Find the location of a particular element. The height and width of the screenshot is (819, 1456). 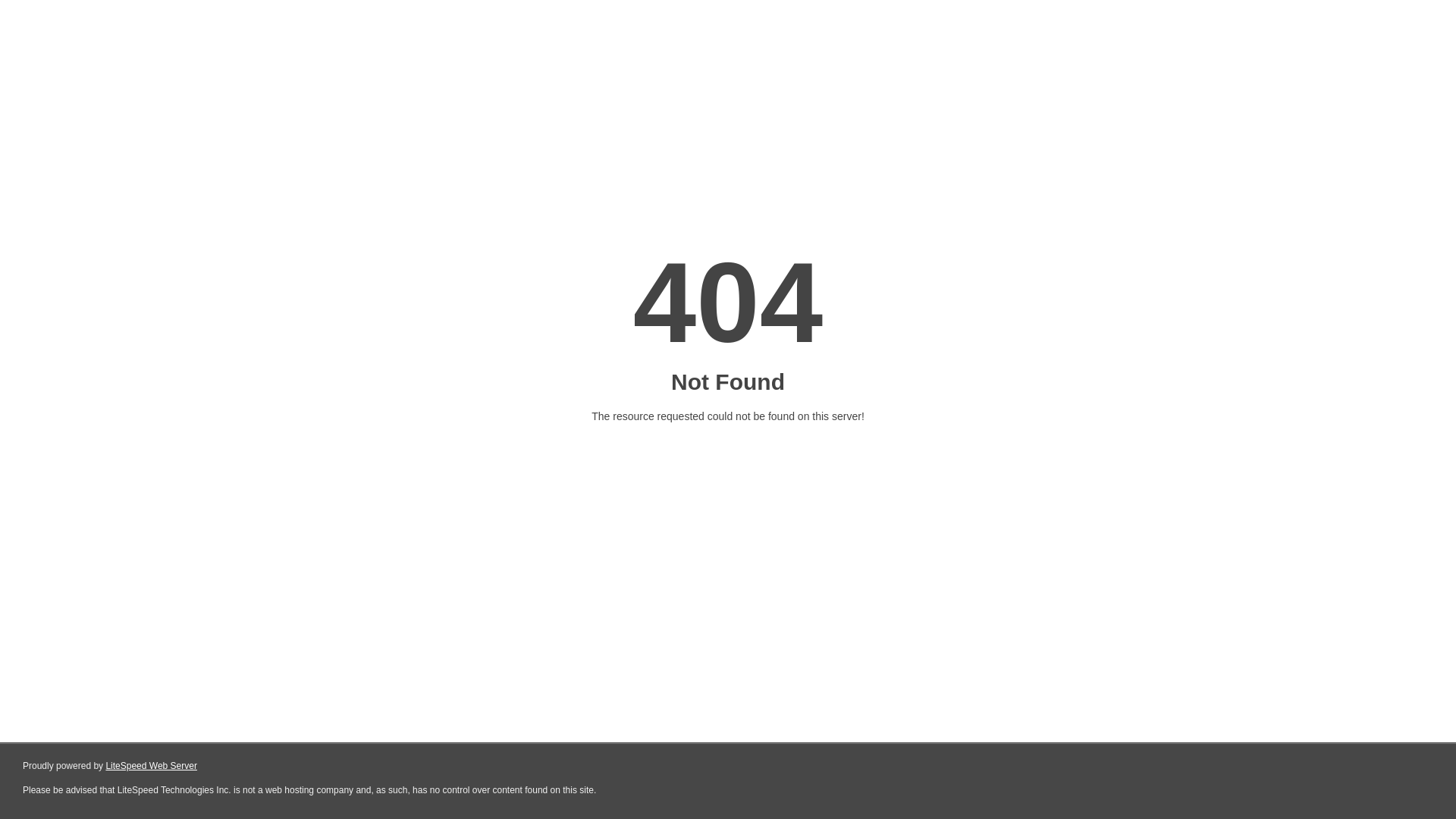

'LiteSpeed Web Server' is located at coordinates (105, 766).